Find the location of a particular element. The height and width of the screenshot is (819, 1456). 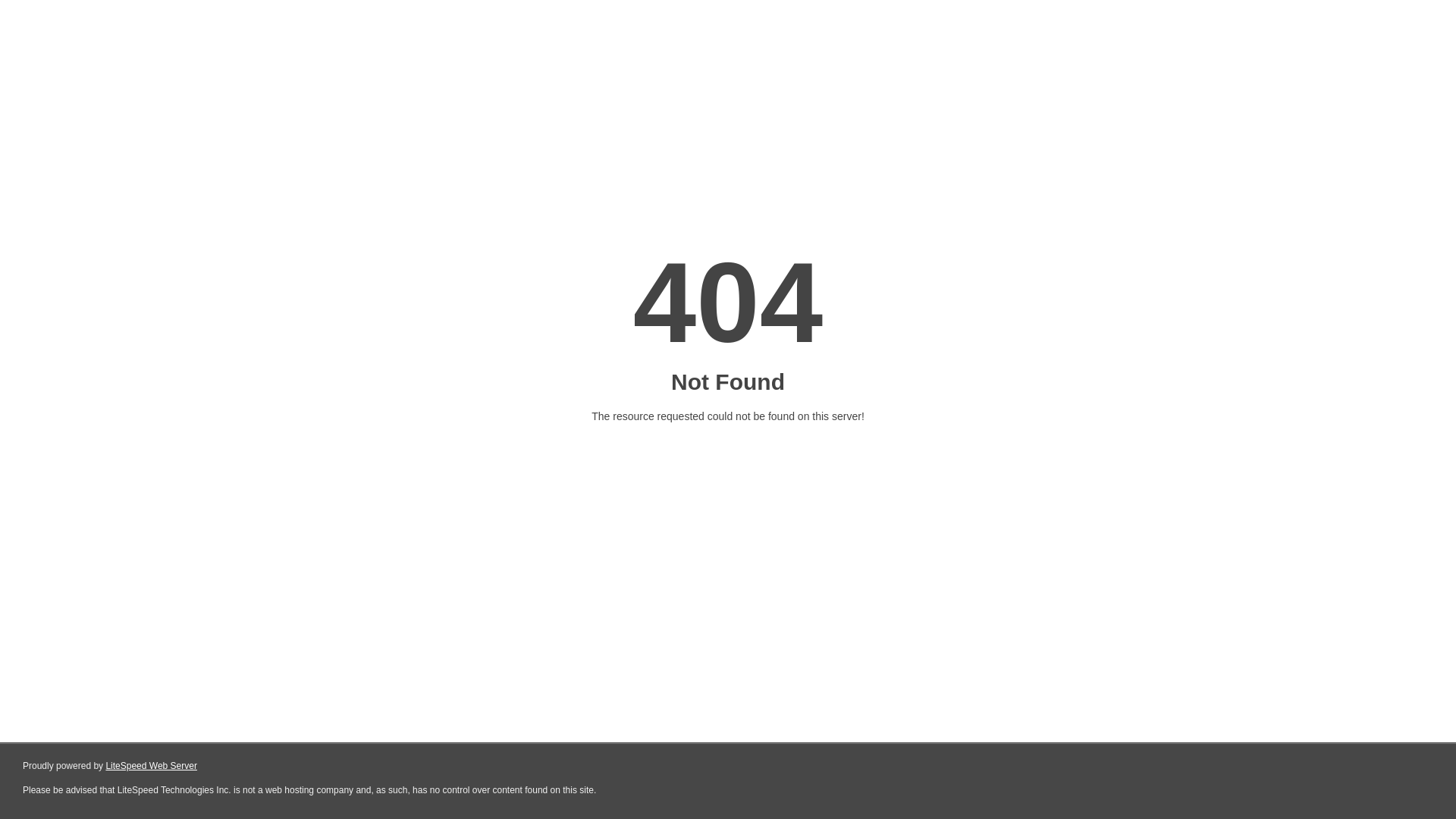

'LiteSpeed Web Server' is located at coordinates (105, 766).